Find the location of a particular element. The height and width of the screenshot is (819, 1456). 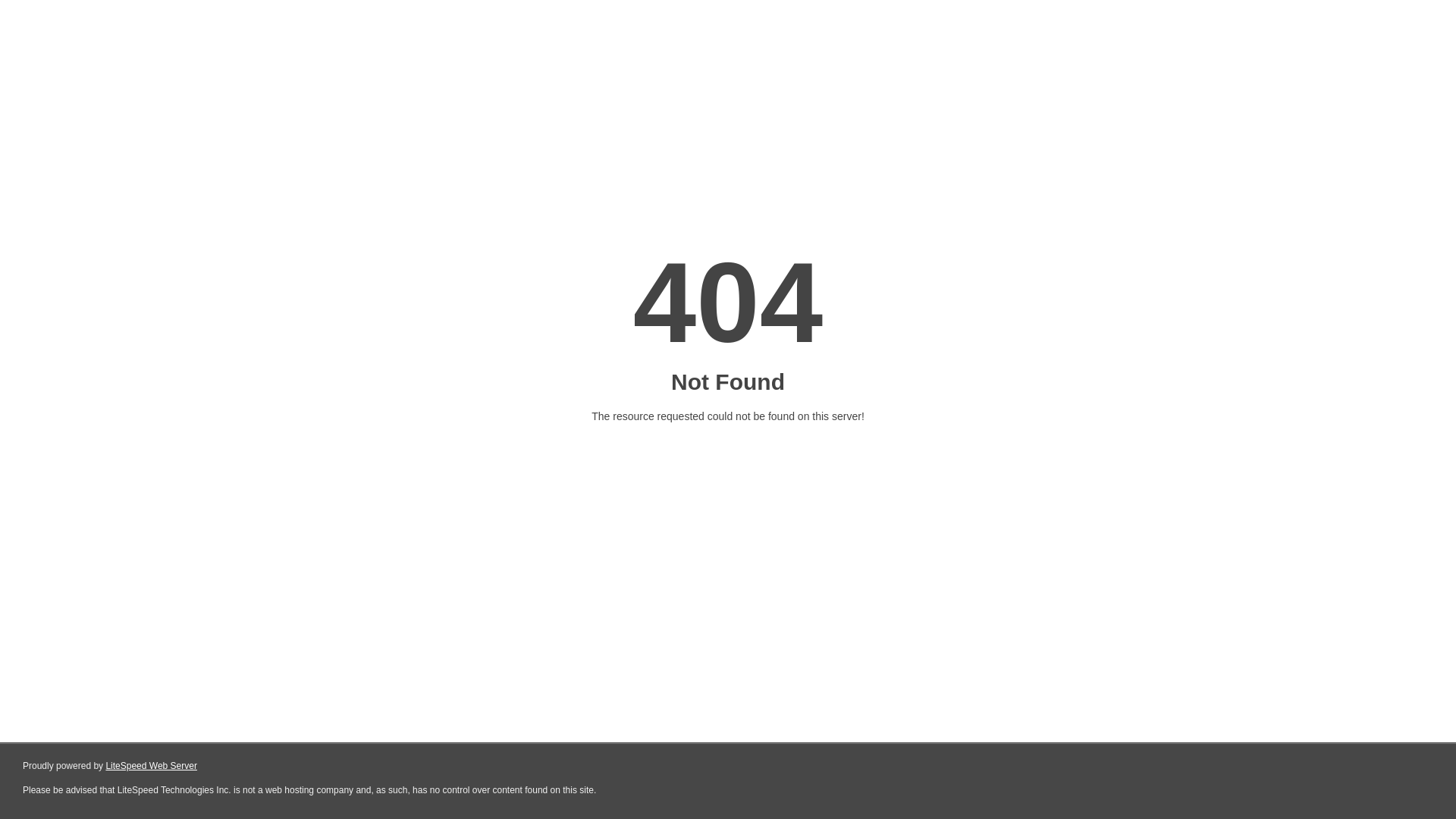

'LiteSpeed Web Server' is located at coordinates (105, 766).